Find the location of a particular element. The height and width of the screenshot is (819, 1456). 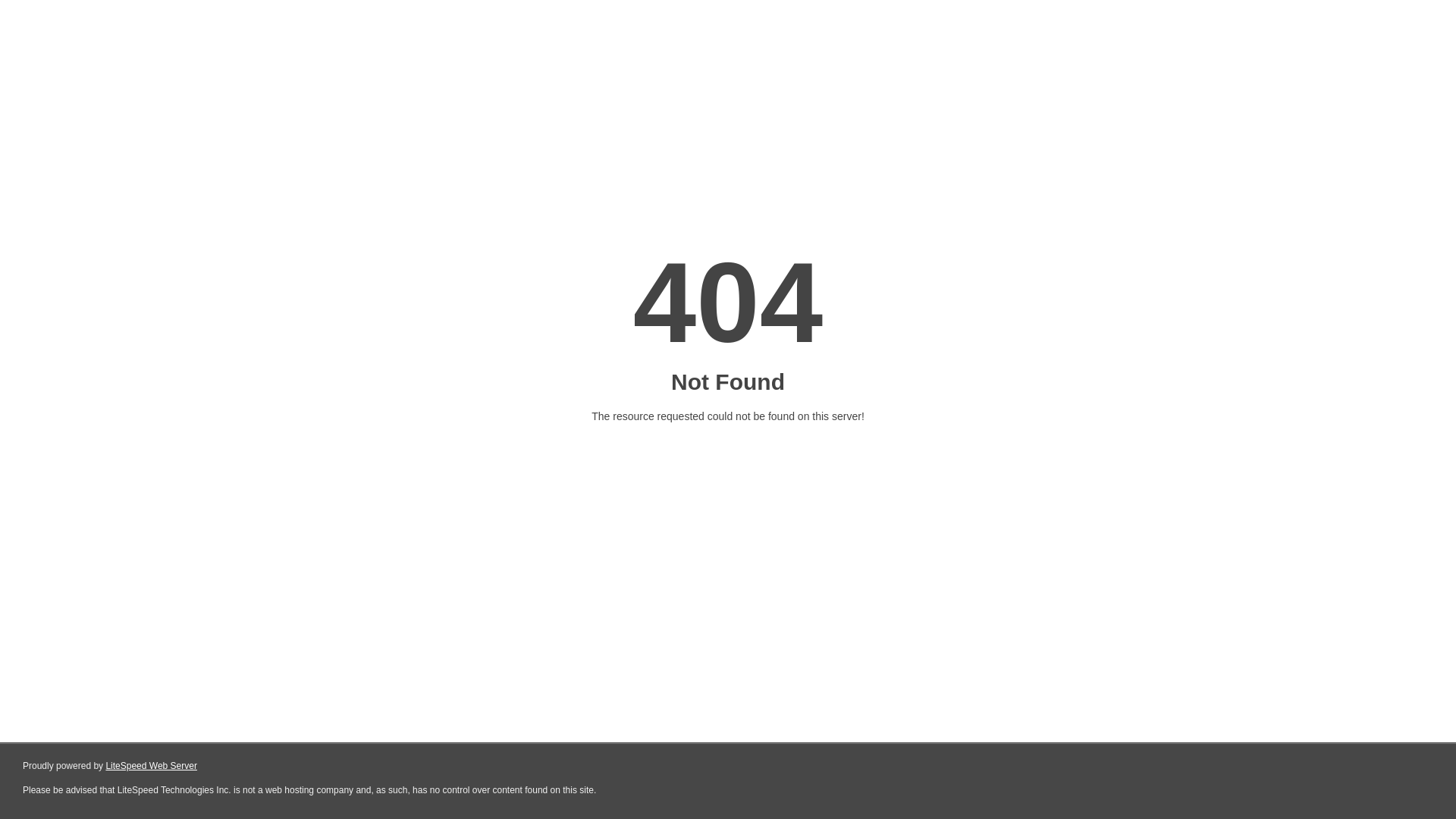

'LiteSpeed Web Server' is located at coordinates (105, 766).